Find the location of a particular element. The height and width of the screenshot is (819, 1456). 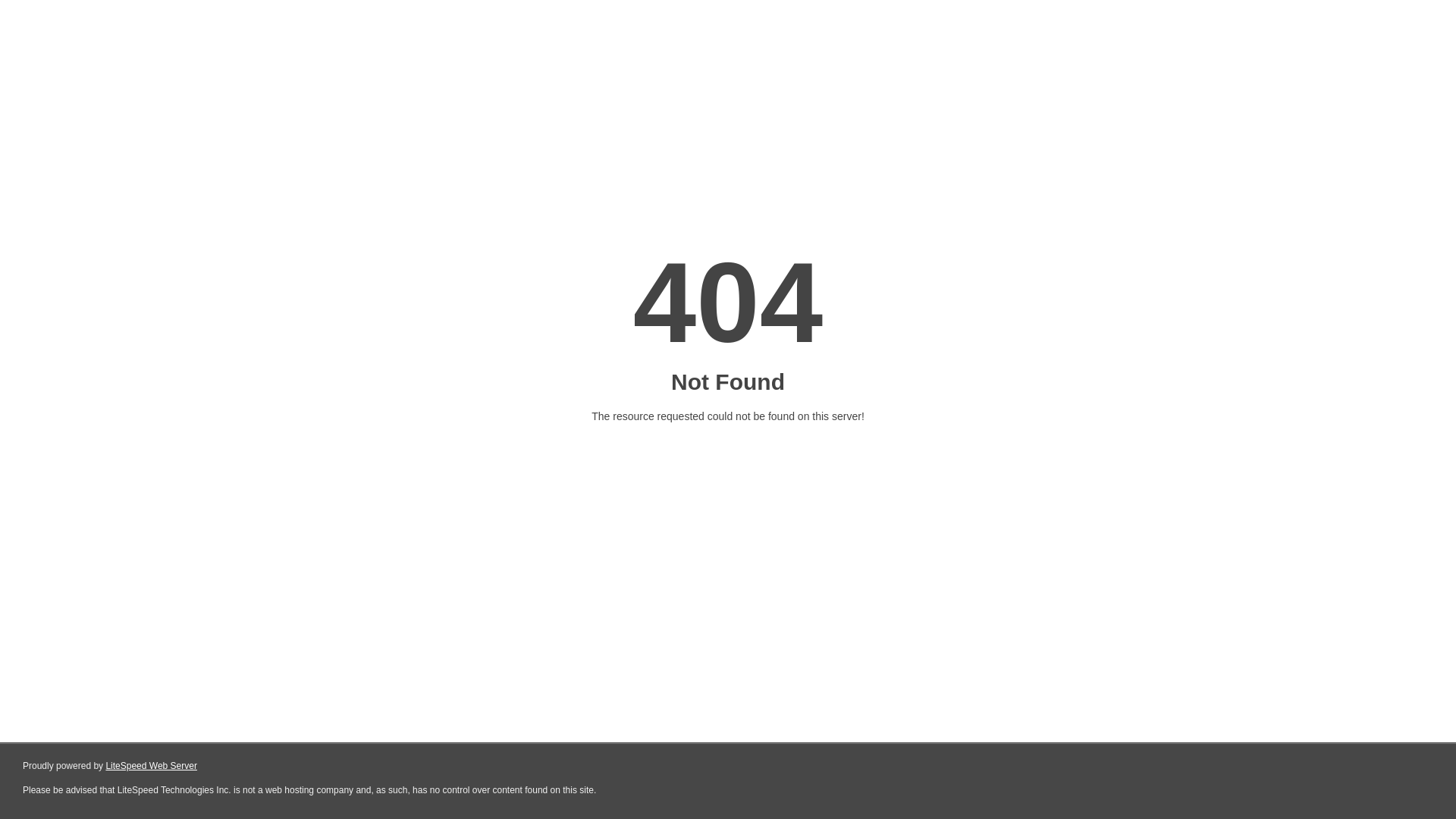

'LiteSpeed Web Server' is located at coordinates (105, 766).